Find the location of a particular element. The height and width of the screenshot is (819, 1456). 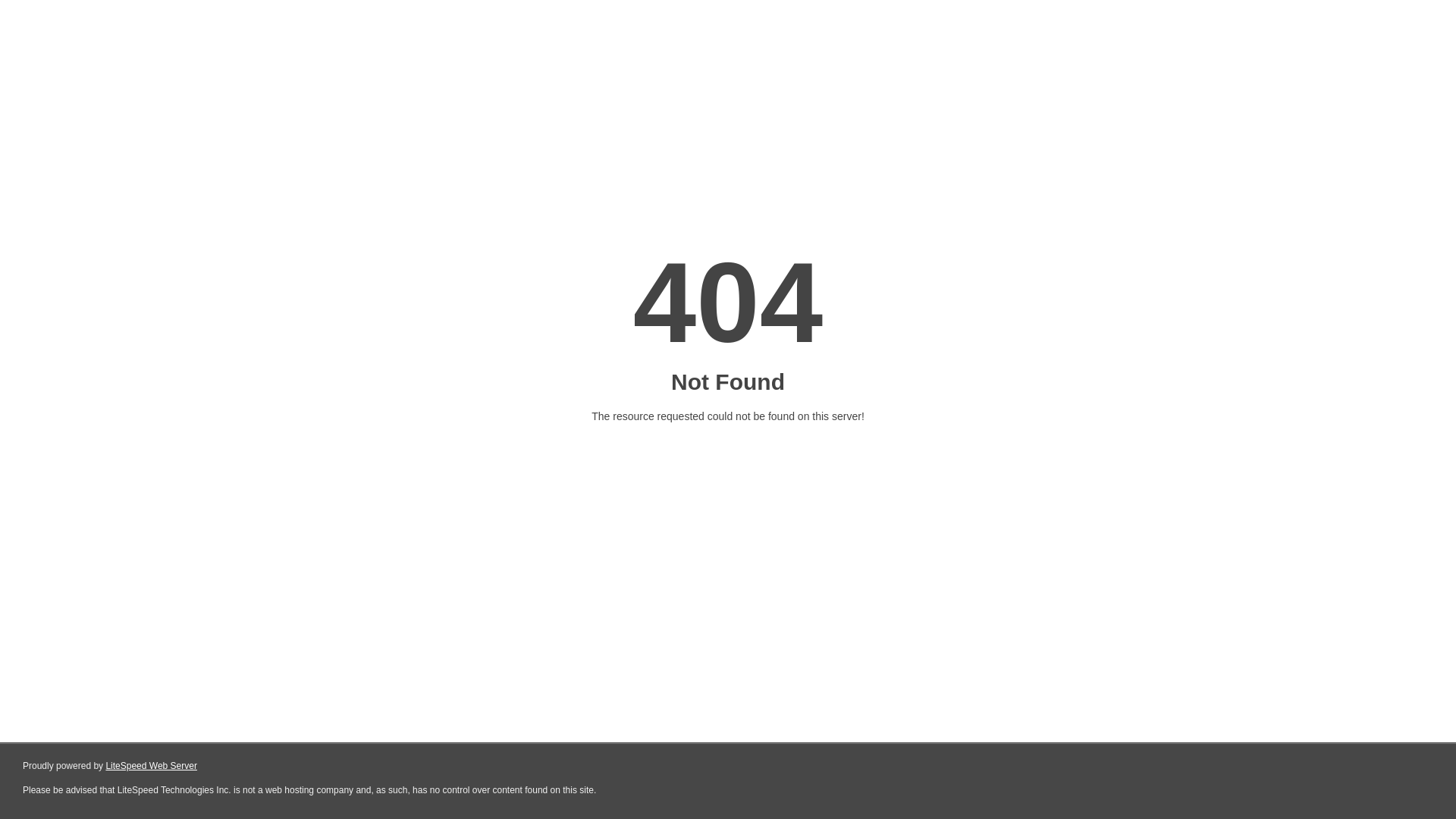

'LiteSpeed Web Server' is located at coordinates (105, 766).